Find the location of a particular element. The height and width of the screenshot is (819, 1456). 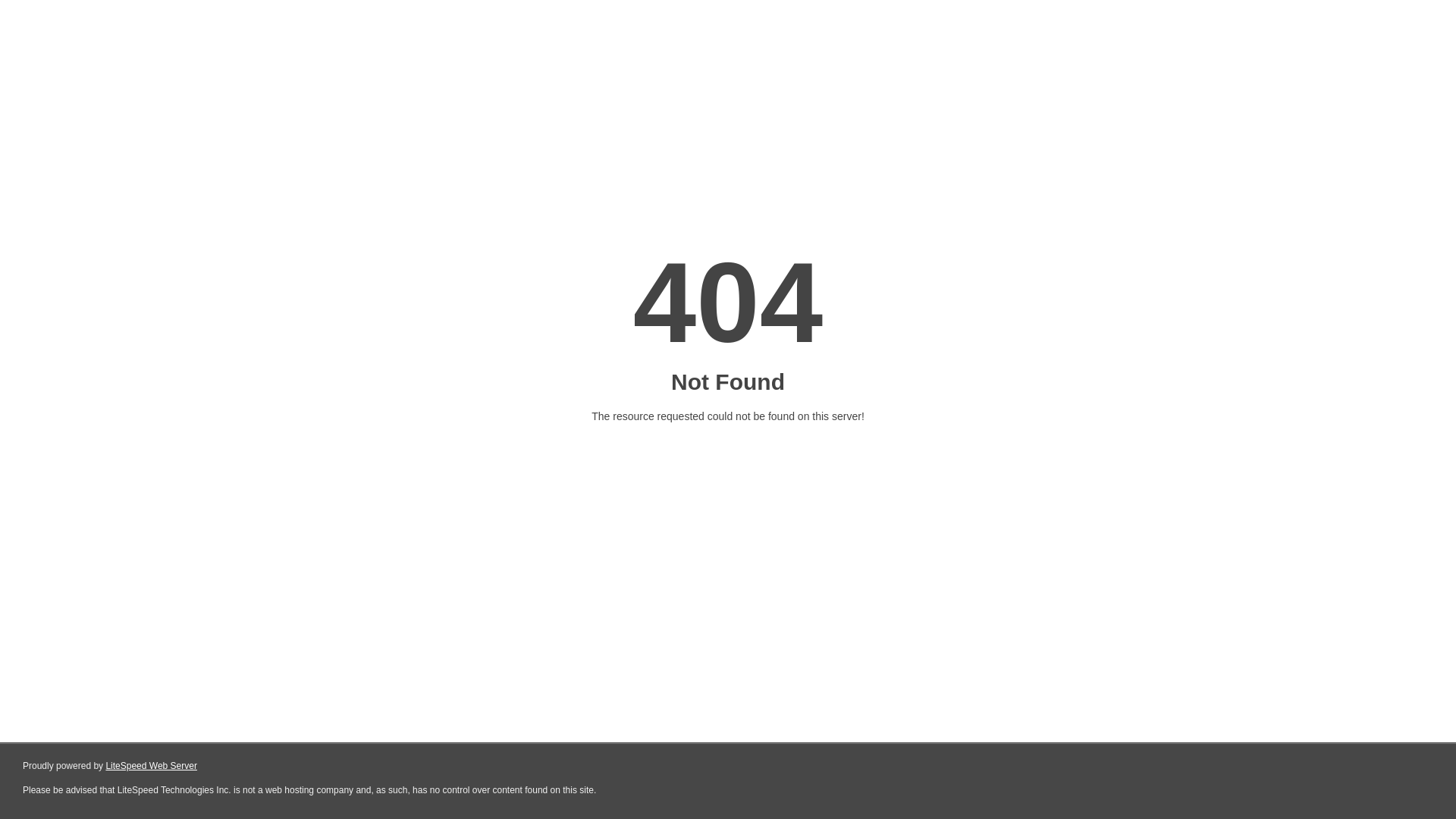

'LiteSpeed Web Server' is located at coordinates (105, 766).